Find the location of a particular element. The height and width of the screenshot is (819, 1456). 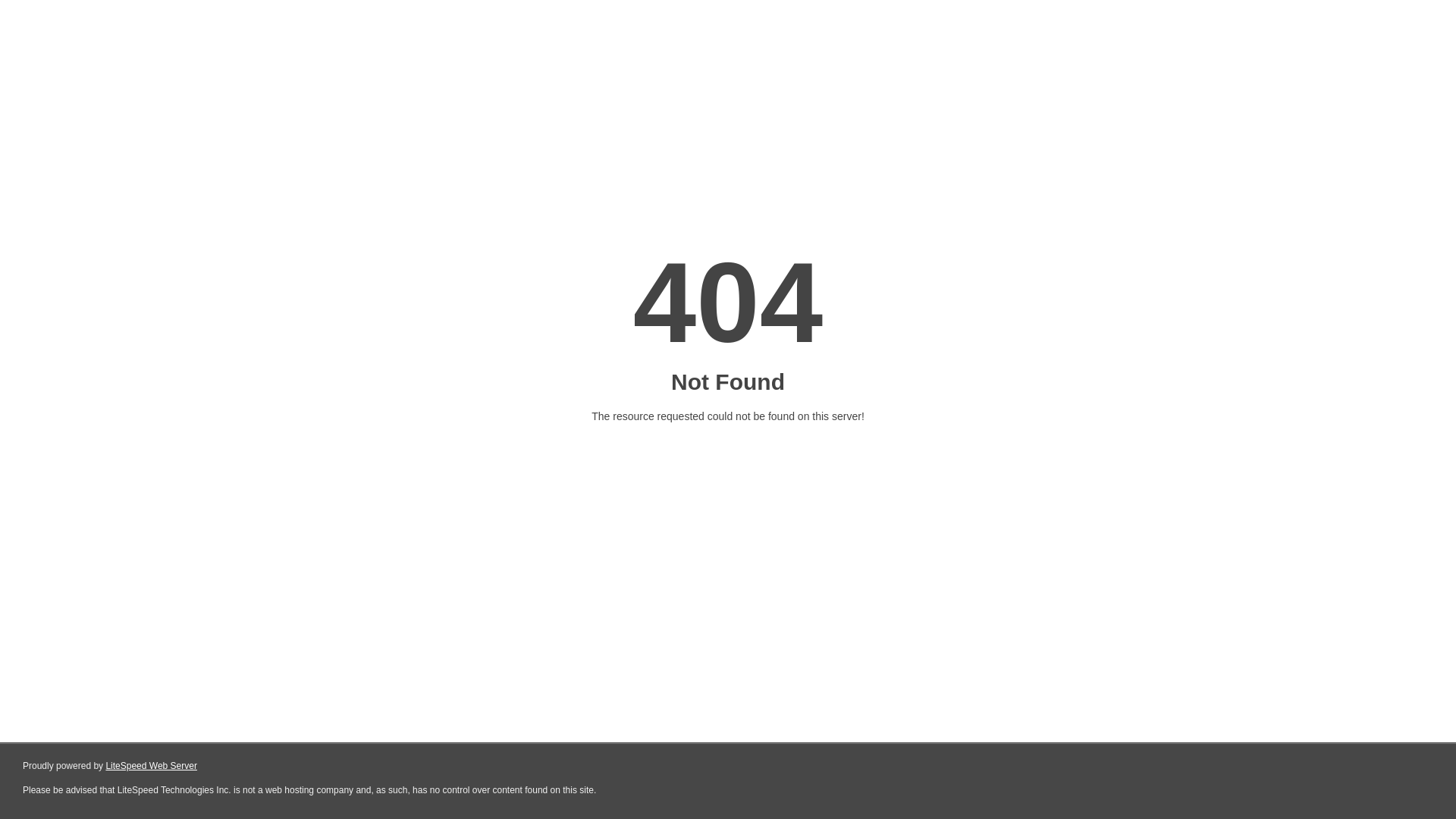

'LiteSpeed Web Server' is located at coordinates (105, 766).